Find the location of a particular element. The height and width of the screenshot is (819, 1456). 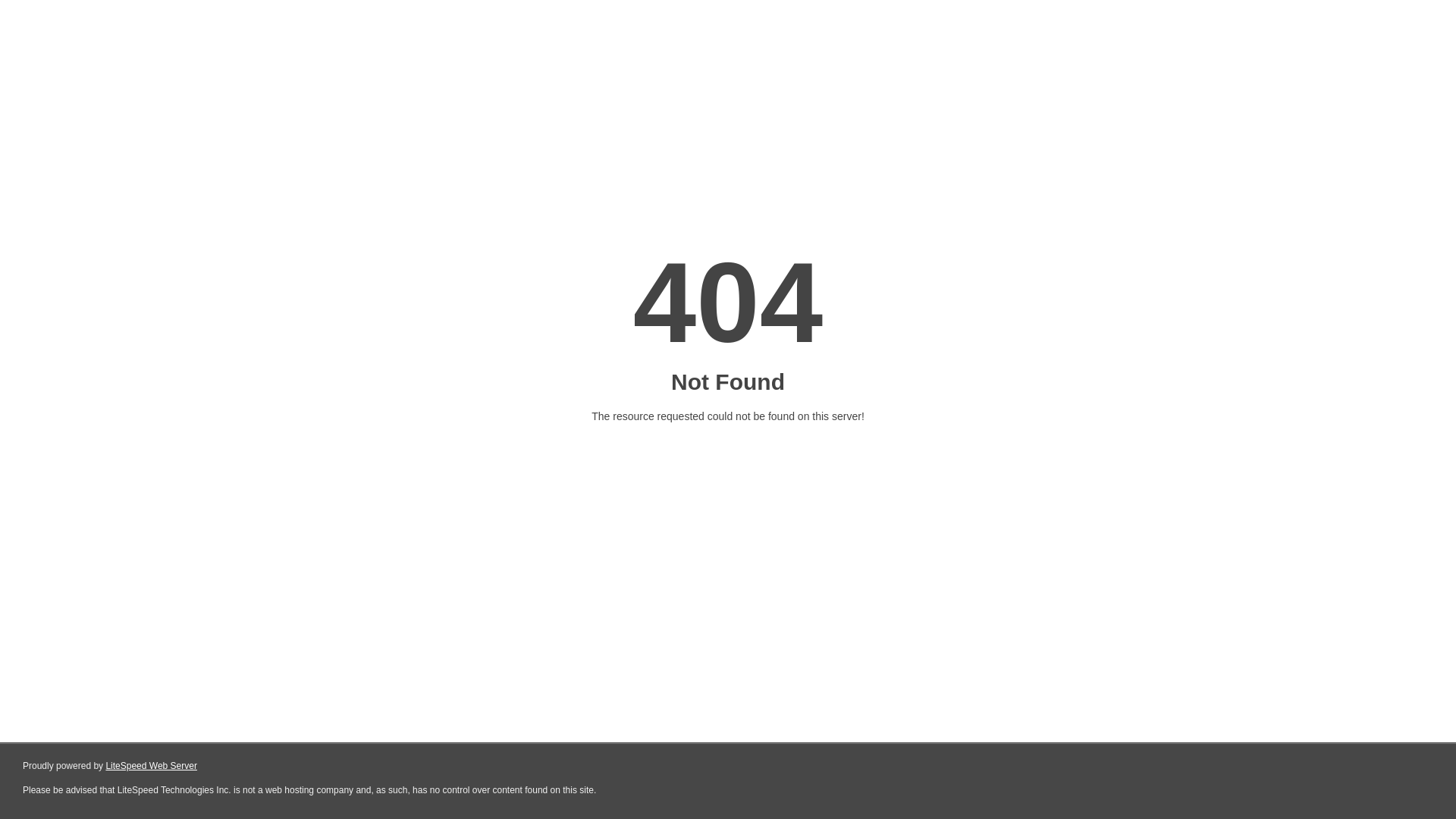

'LiteSpeed Web Server' is located at coordinates (105, 766).